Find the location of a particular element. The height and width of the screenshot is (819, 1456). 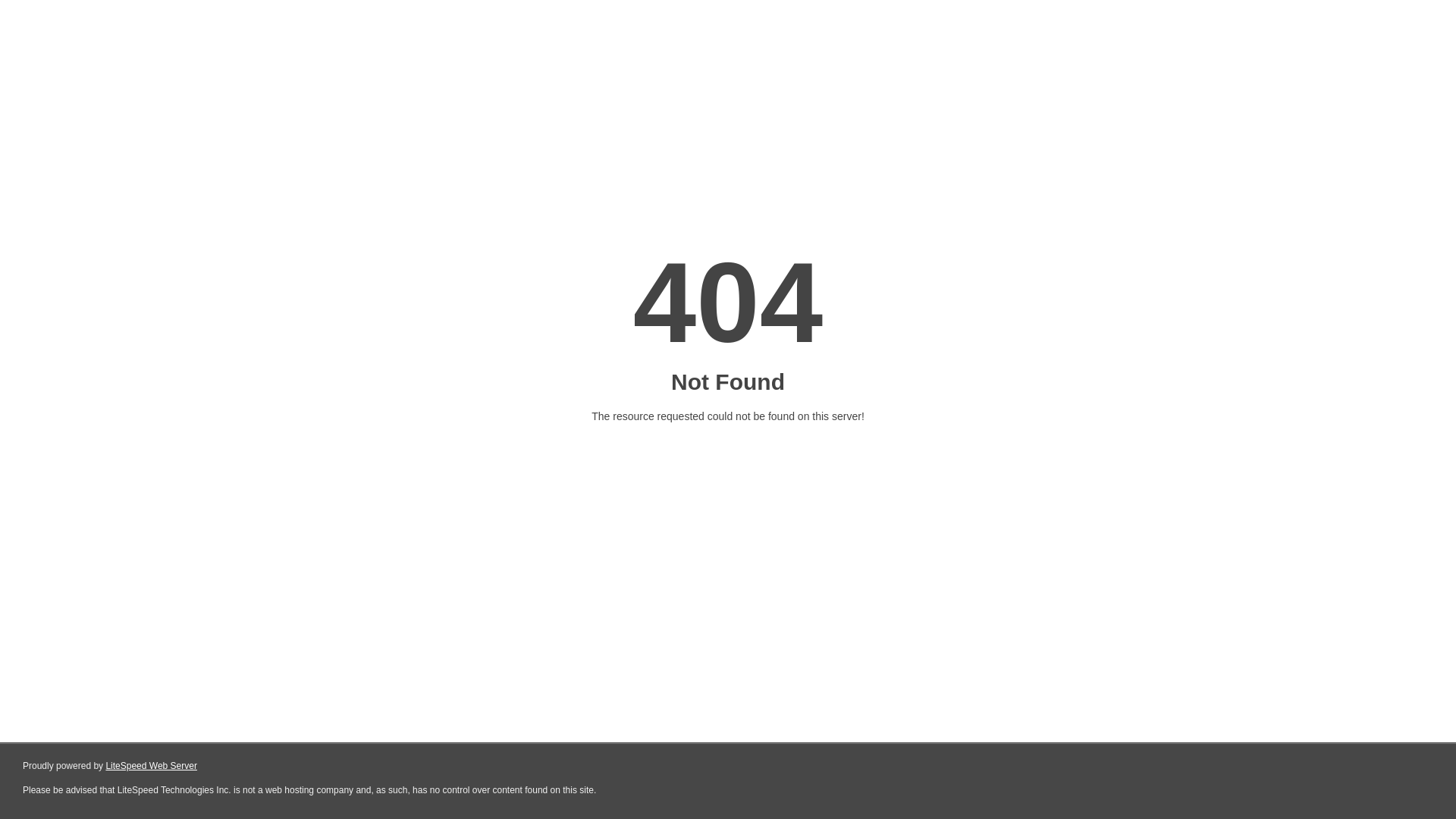

'LiteSpeed Web Server' is located at coordinates (105, 766).